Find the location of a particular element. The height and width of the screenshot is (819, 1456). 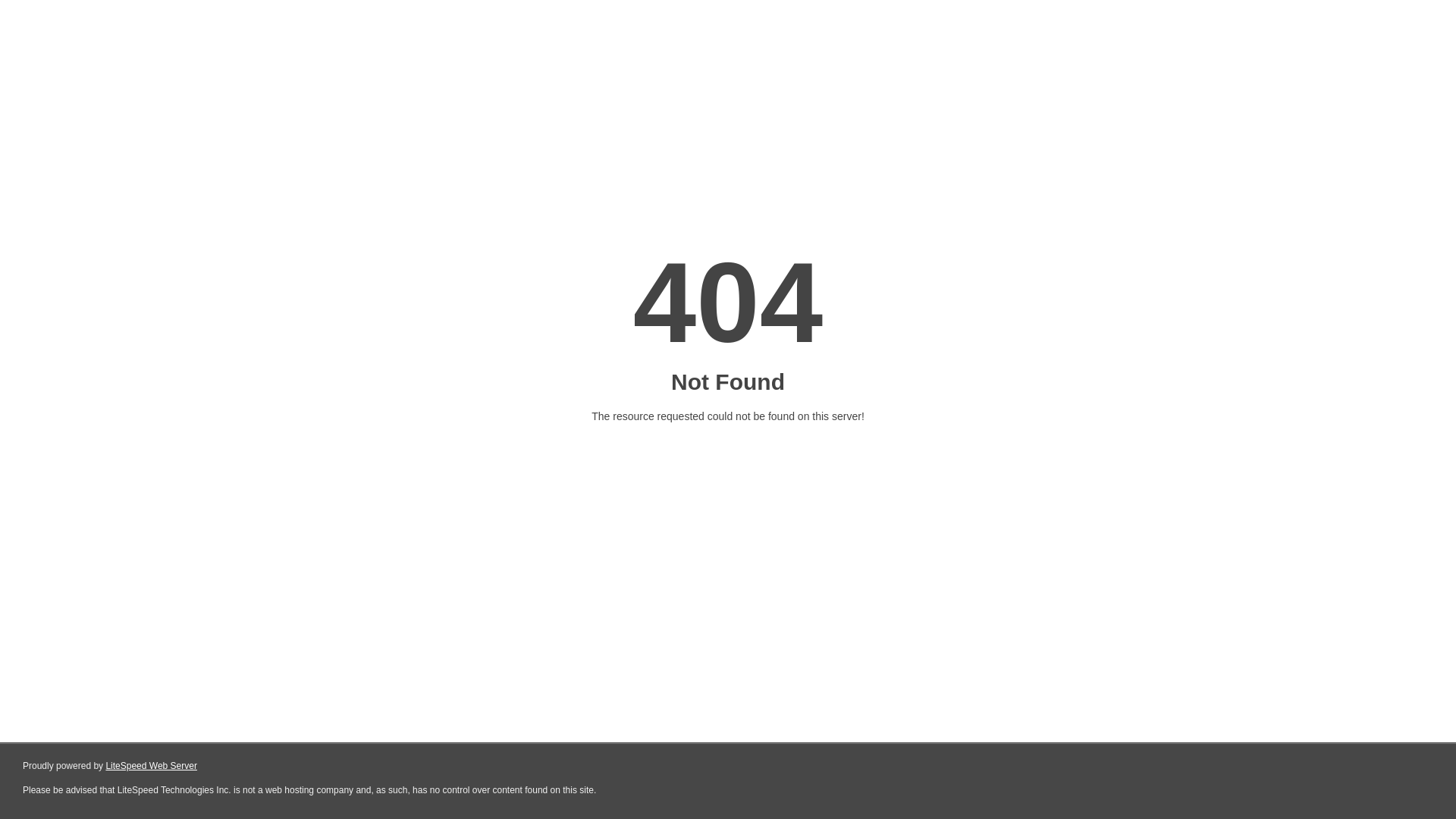

'LiteSpeed Web Server' is located at coordinates (105, 766).